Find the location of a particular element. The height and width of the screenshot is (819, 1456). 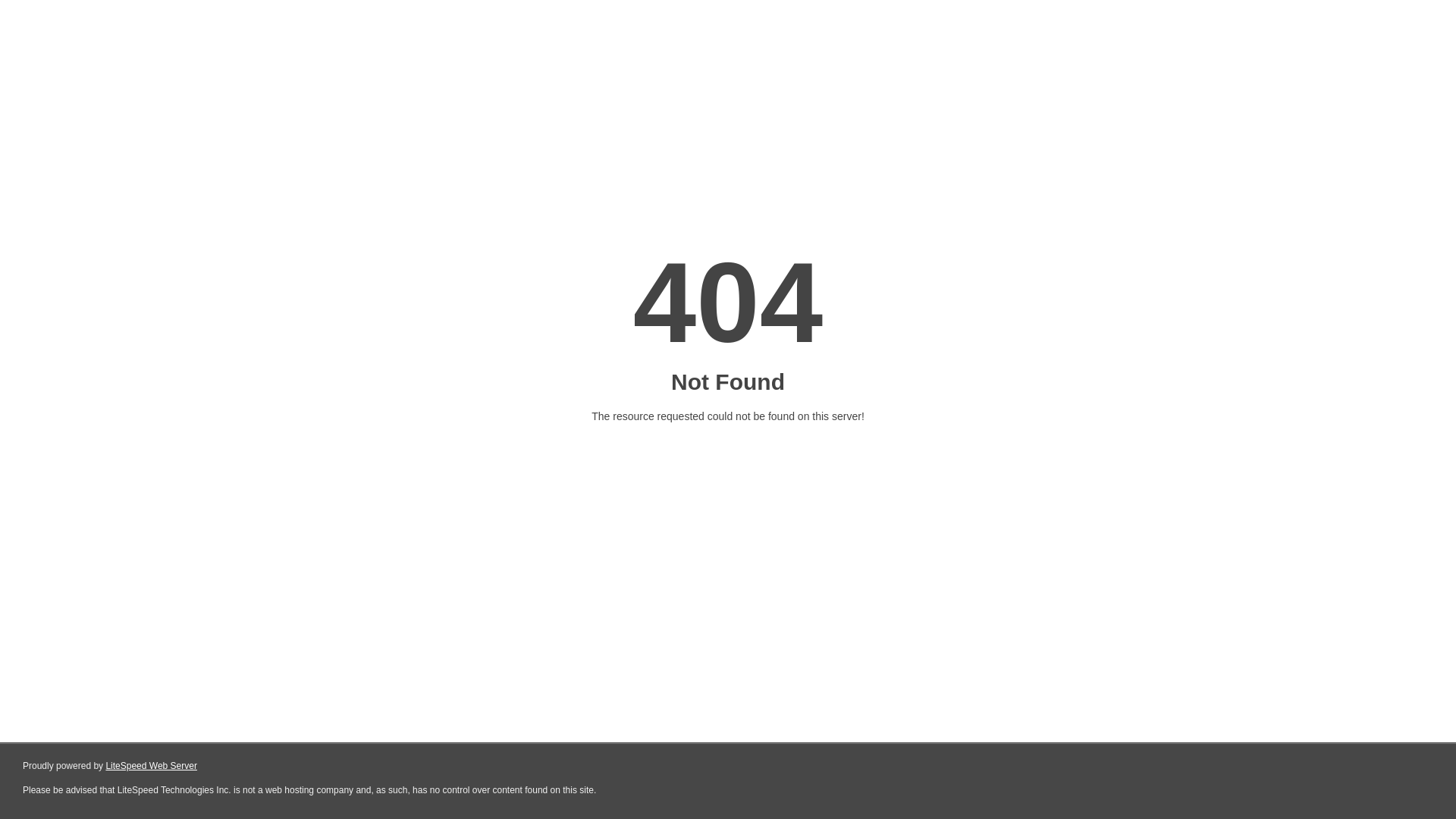

'LiteSpeed Web Server' is located at coordinates (105, 766).